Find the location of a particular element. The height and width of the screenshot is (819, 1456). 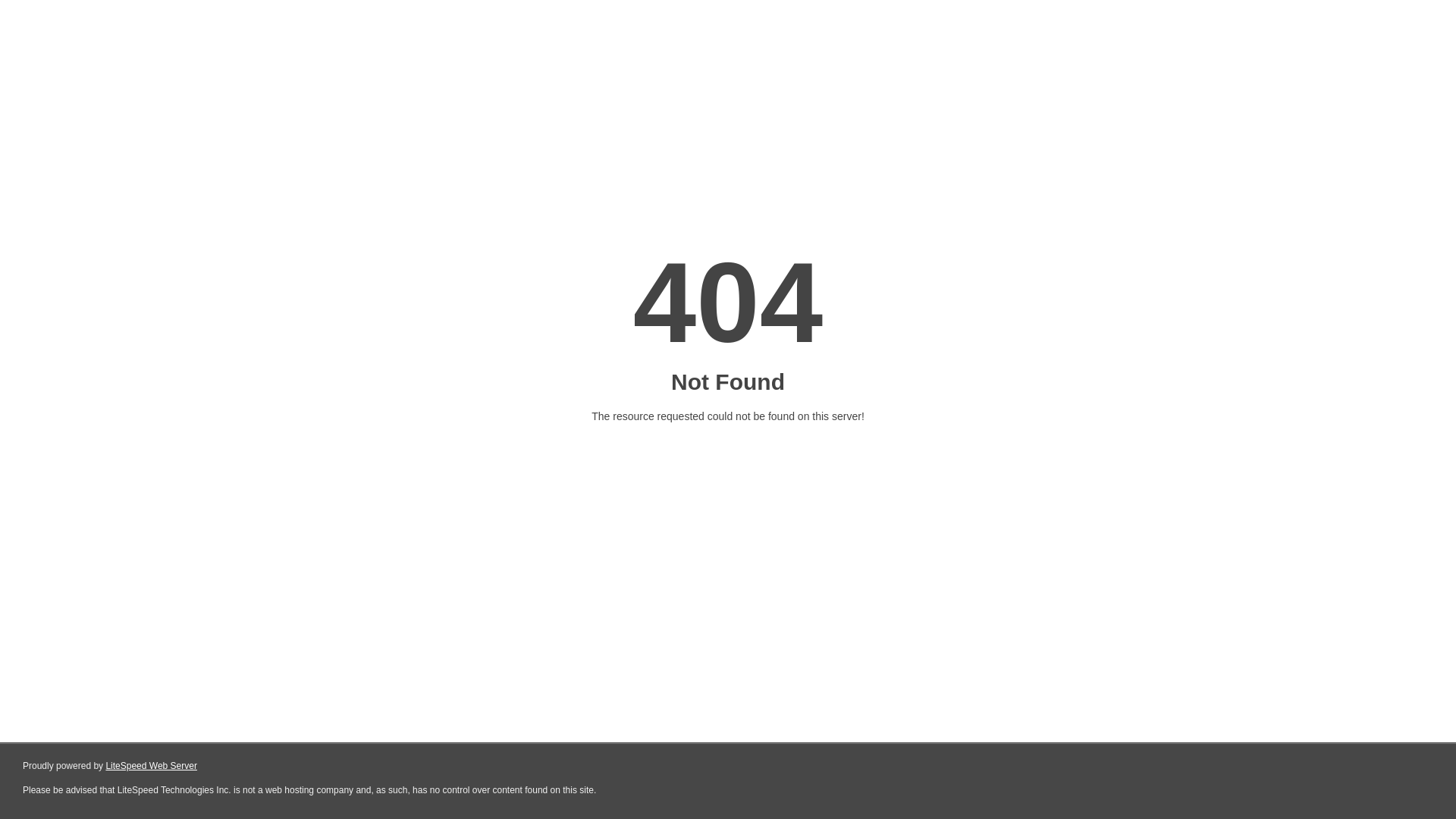

'LiteSpeed Web Server' is located at coordinates (105, 766).